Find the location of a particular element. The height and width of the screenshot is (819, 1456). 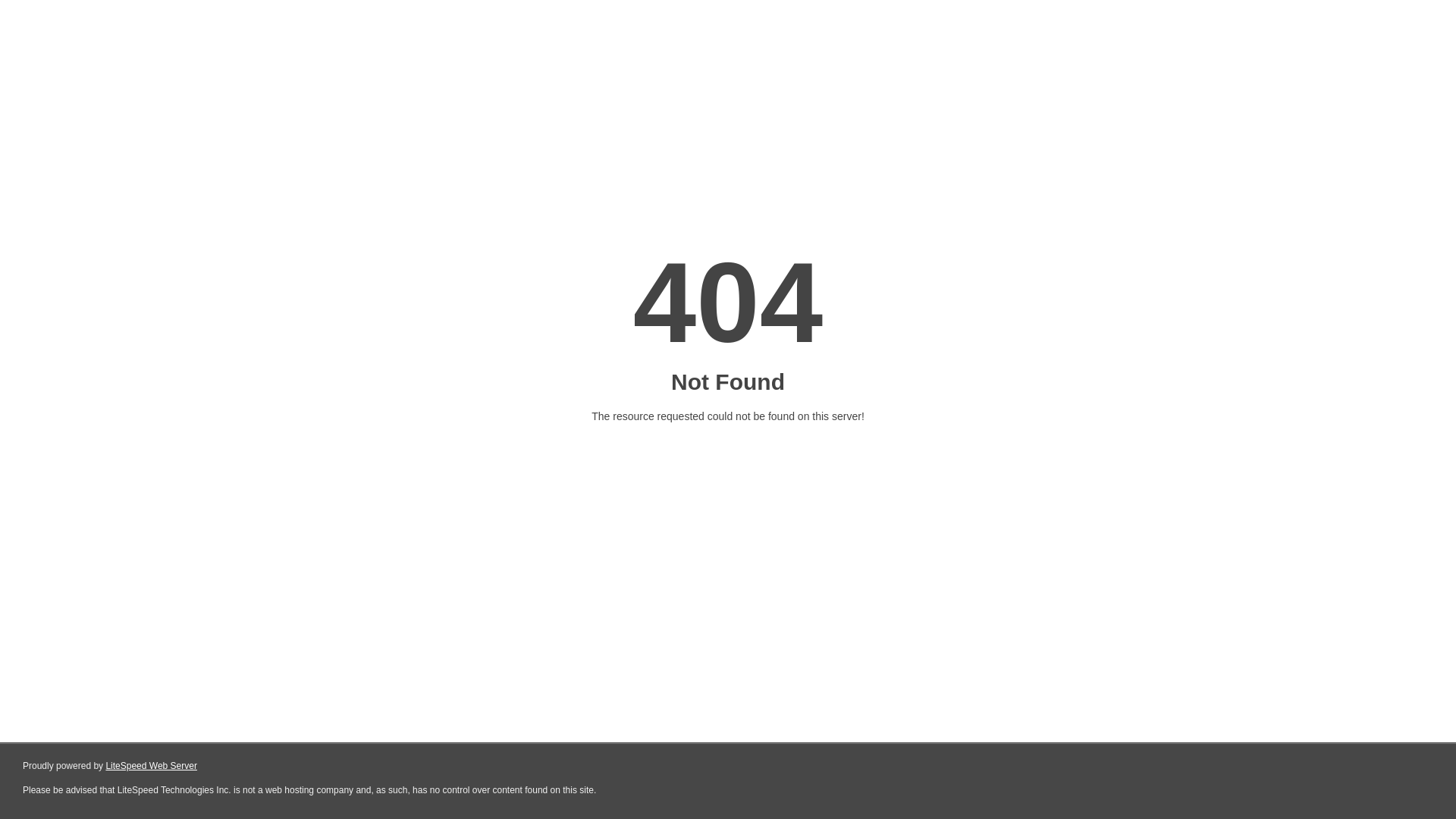

'LiteSpeed Web Server' is located at coordinates (105, 766).